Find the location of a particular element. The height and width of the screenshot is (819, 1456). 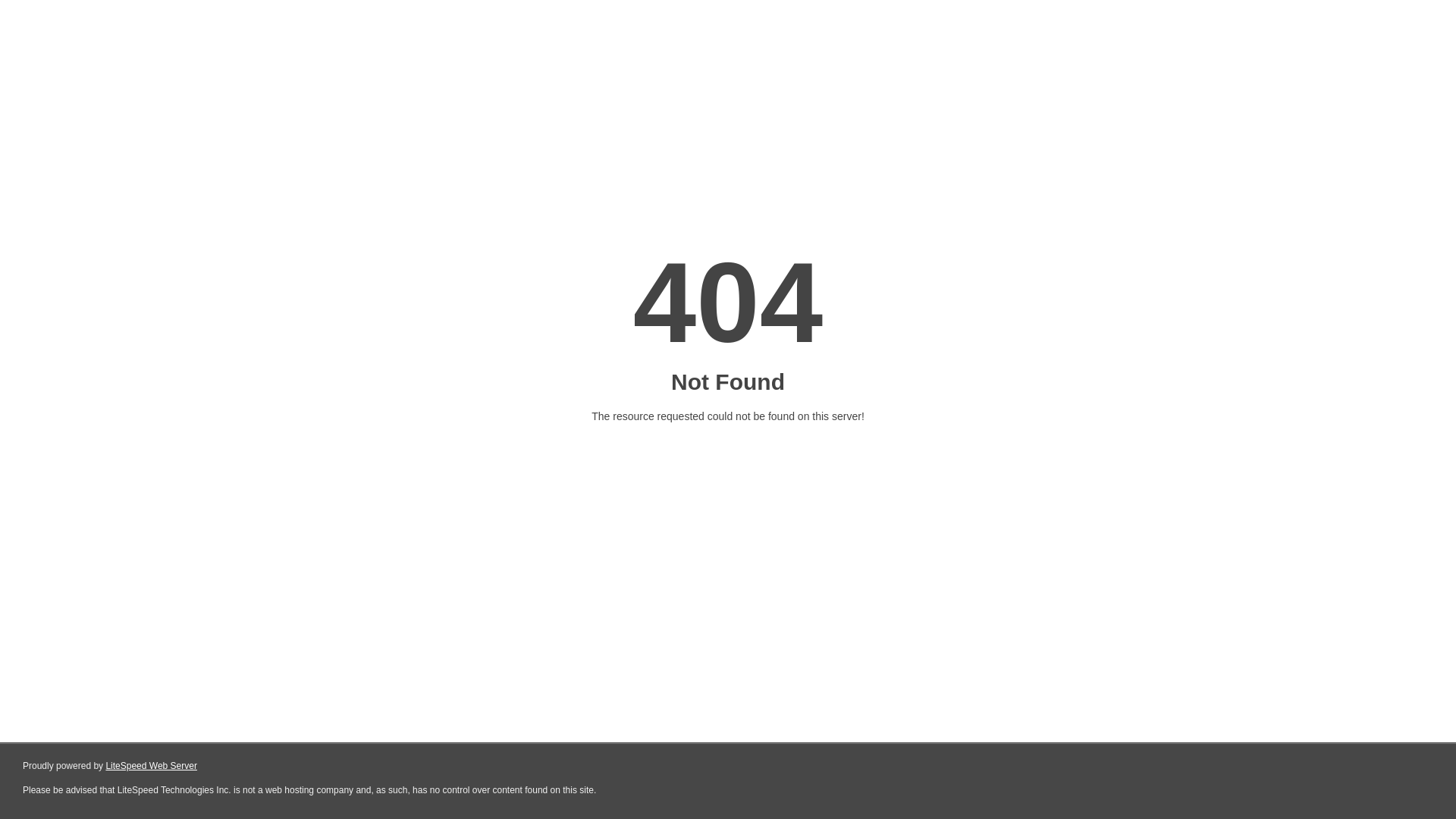

'LiteSpeed Web Server' is located at coordinates (105, 766).